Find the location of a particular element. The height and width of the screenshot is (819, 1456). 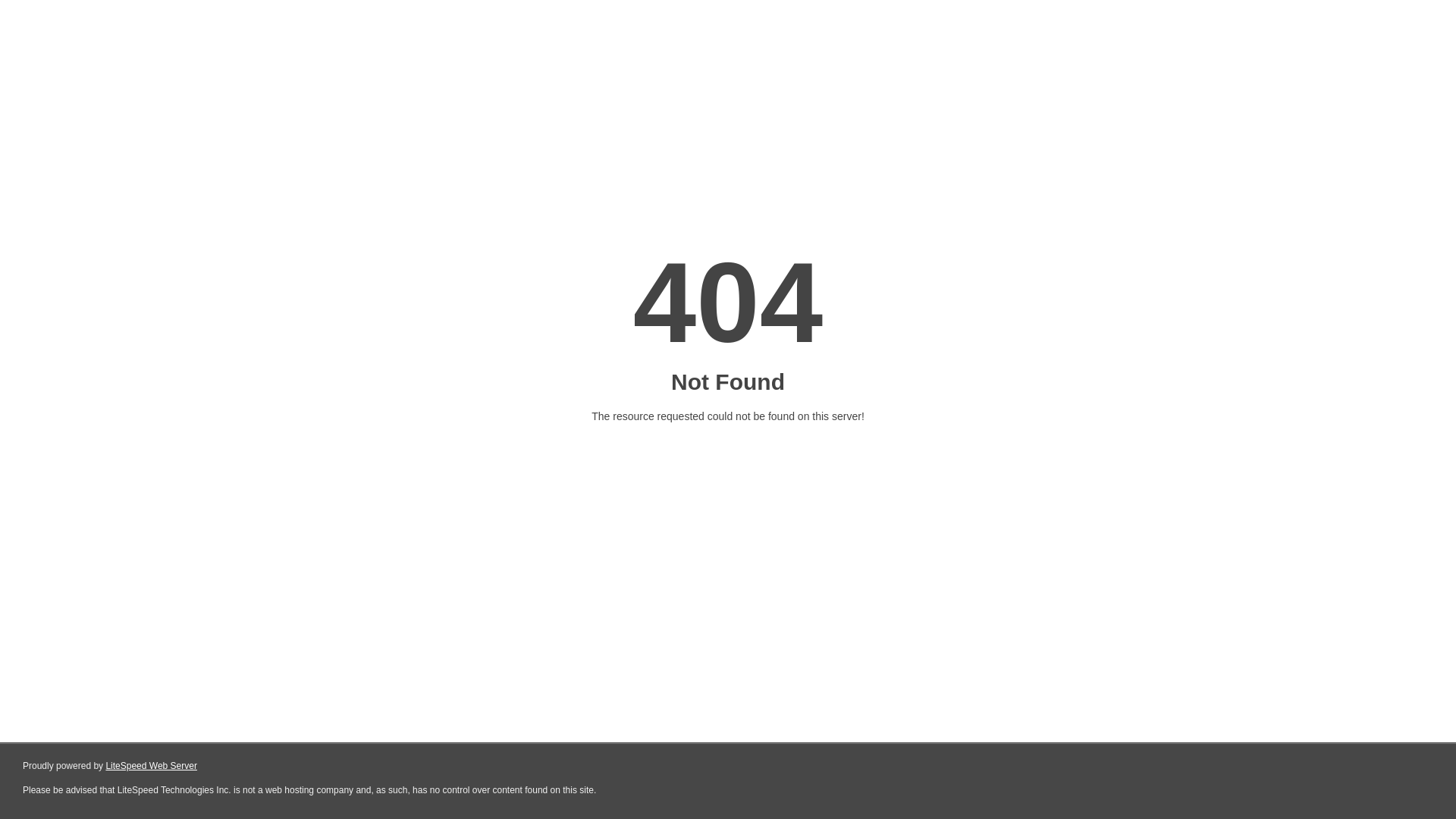

'LiteSpeed Web Server' is located at coordinates (105, 766).